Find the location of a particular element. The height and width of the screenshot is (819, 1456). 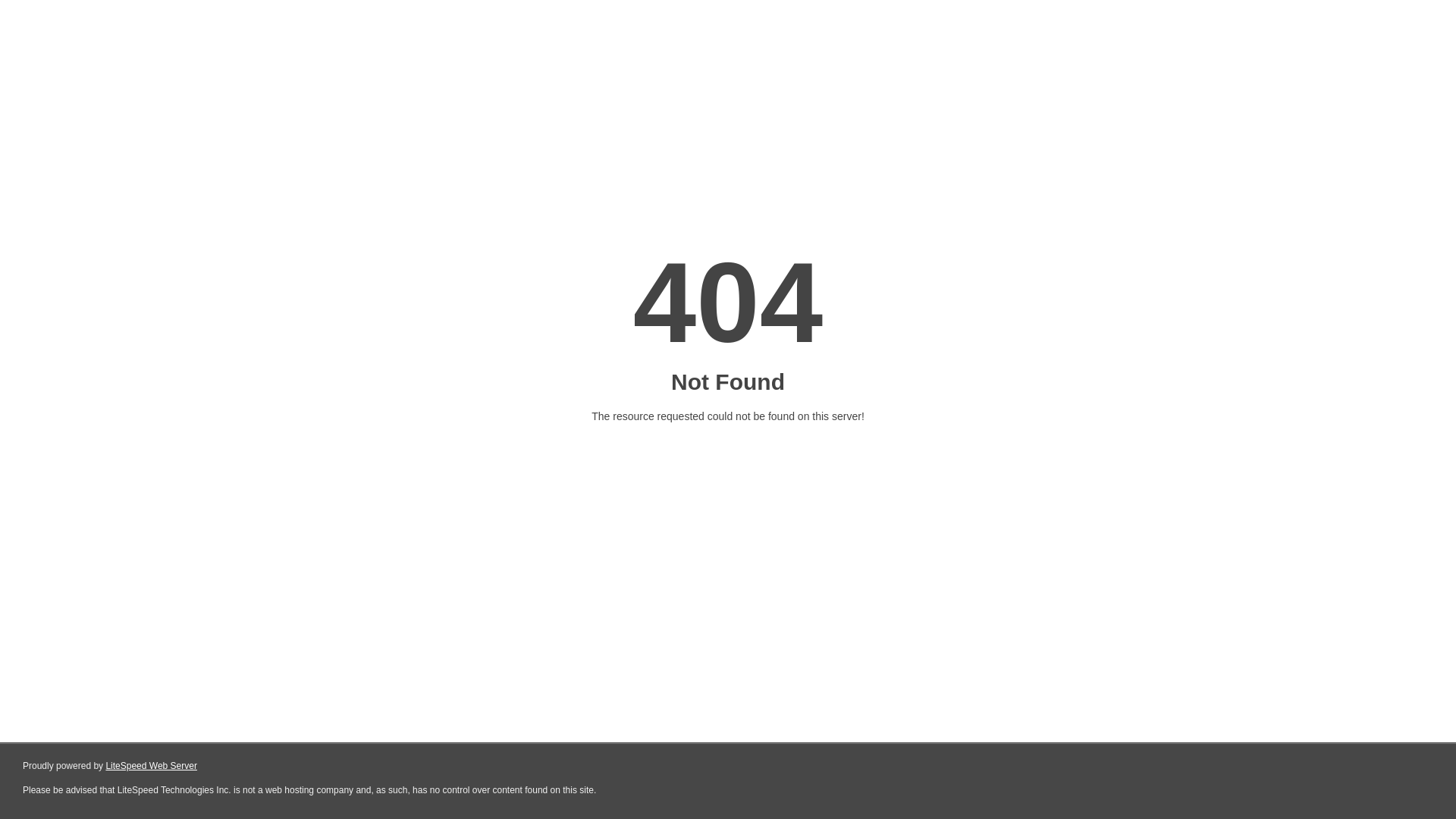

'LiteSpeed Web Server' is located at coordinates (105, 766).